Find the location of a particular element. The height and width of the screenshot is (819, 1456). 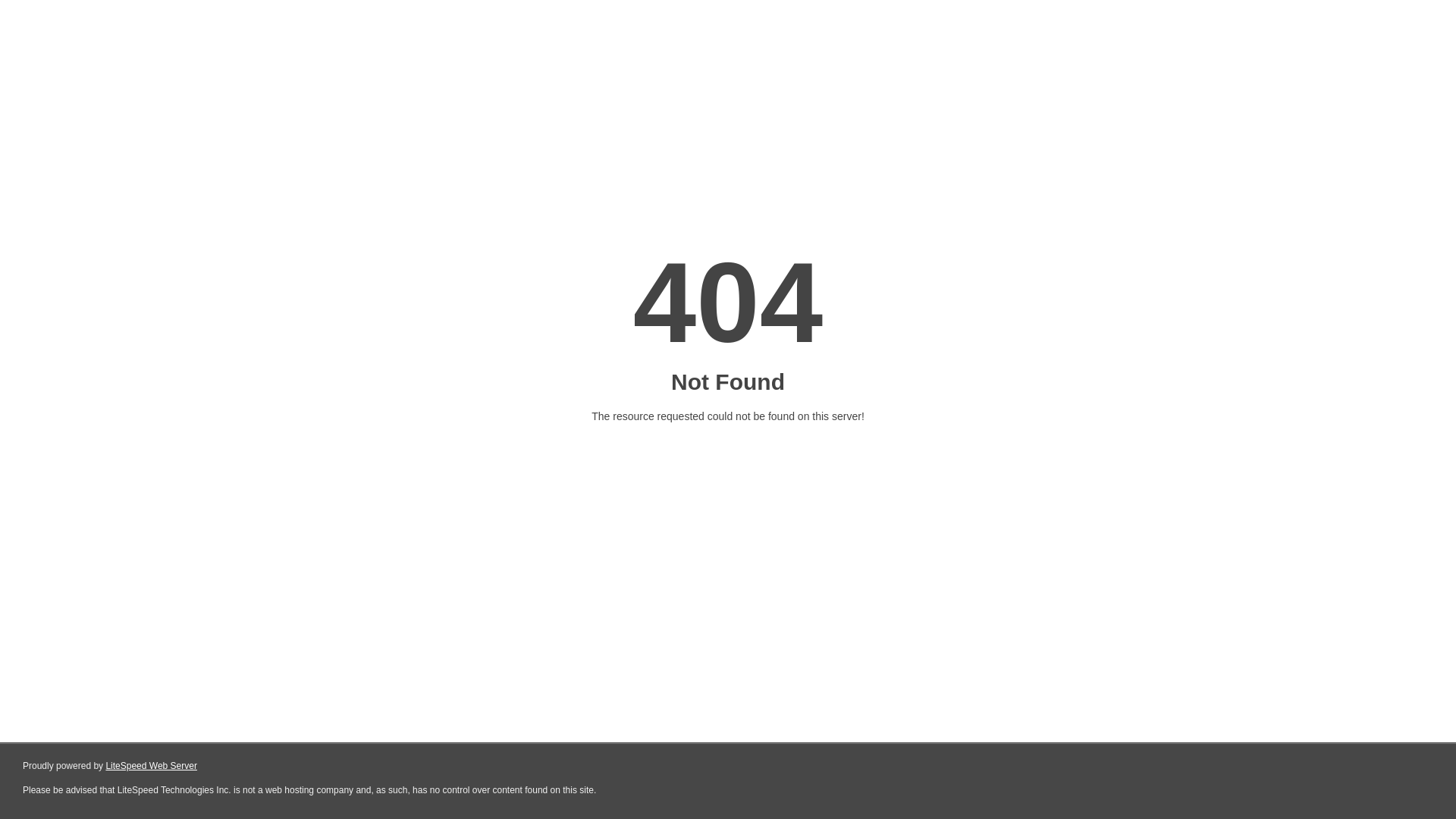

'LiteSpeed Web Server' is located at coordinates (105, 766).